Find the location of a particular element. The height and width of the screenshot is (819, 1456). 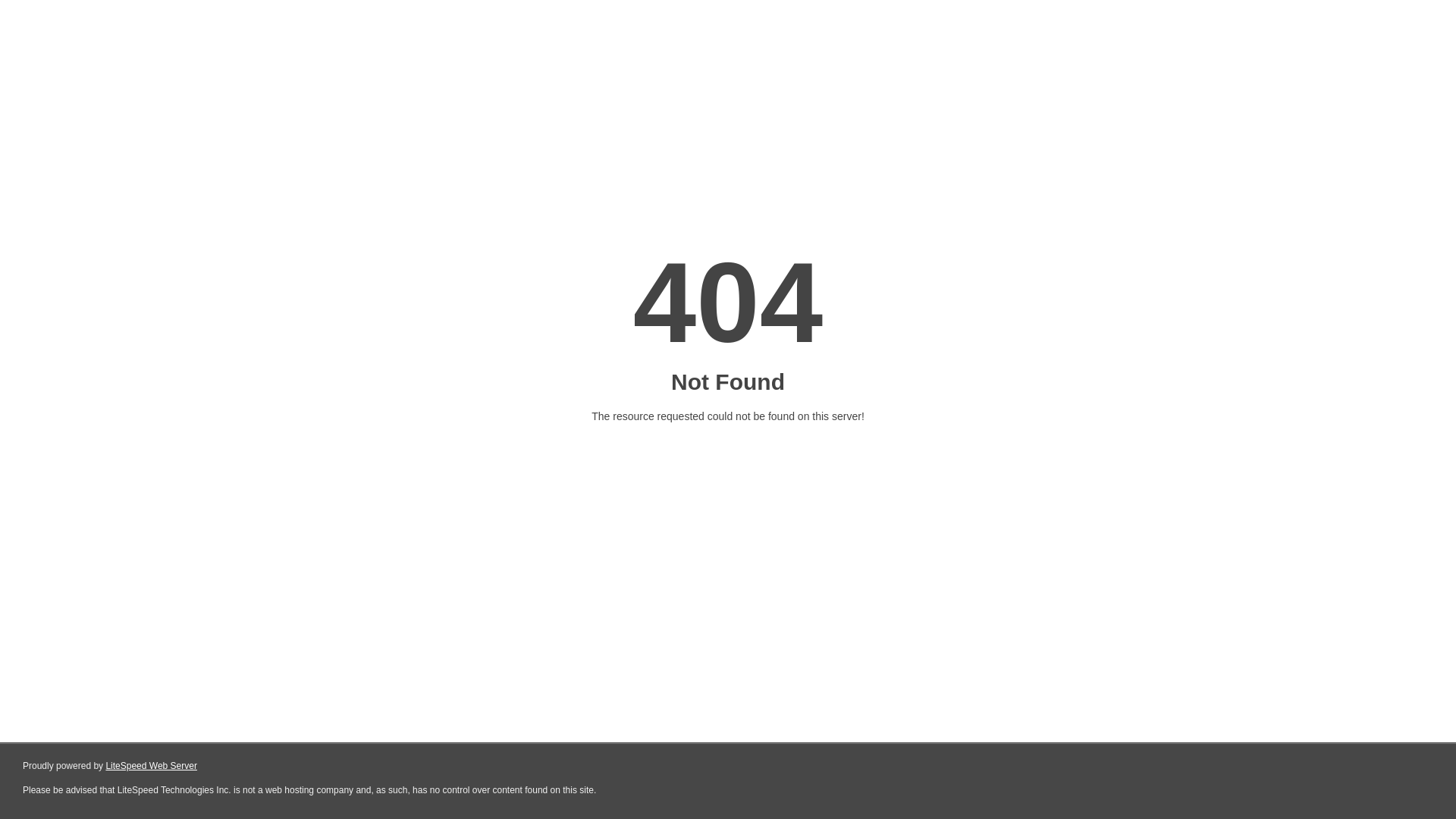

'LiteSpeed Web Server' is located at coordinates (105, 766).